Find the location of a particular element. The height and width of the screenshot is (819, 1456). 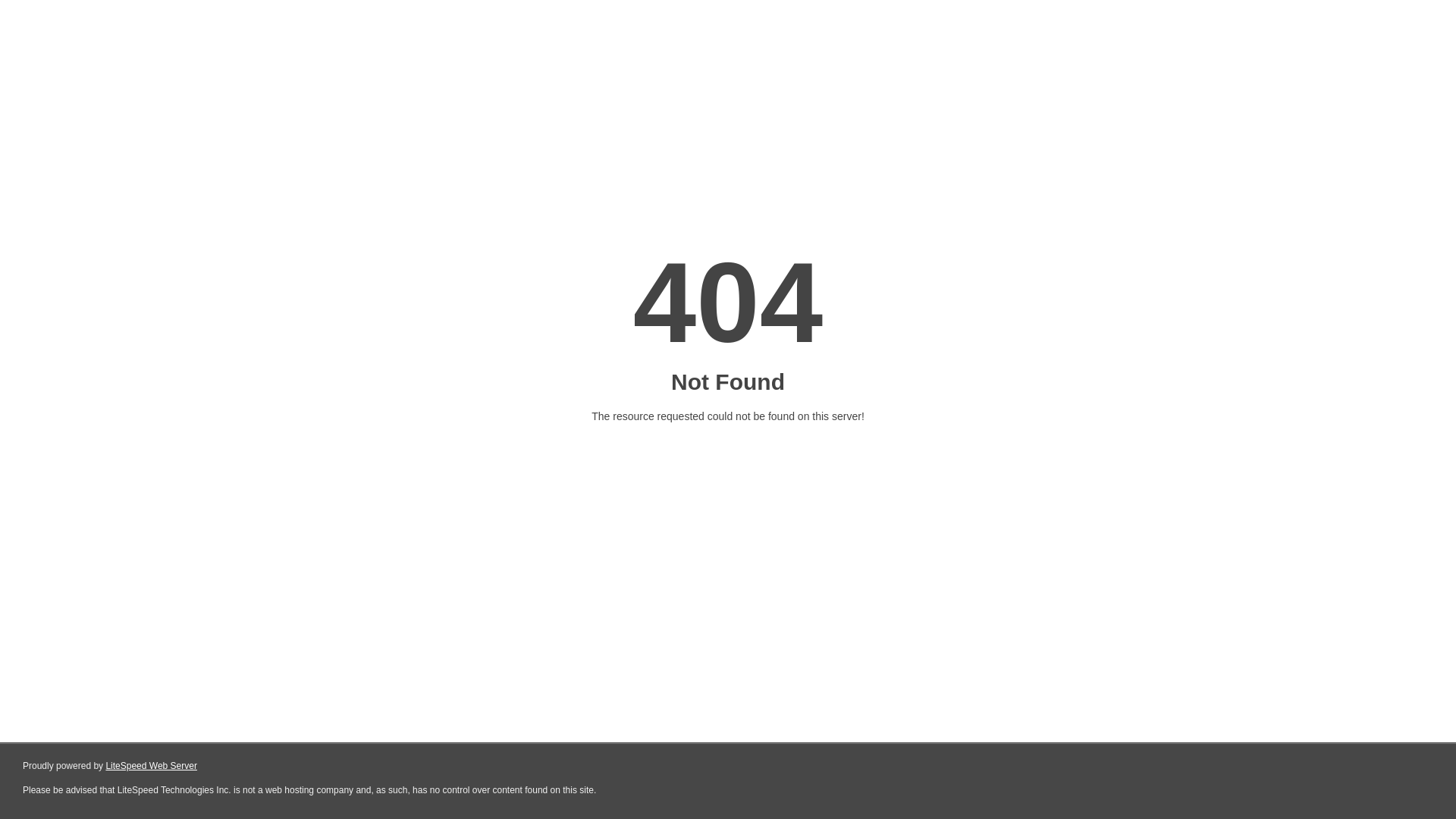

'LiteSpeed Web Server' is located at coordinates (105, 766).